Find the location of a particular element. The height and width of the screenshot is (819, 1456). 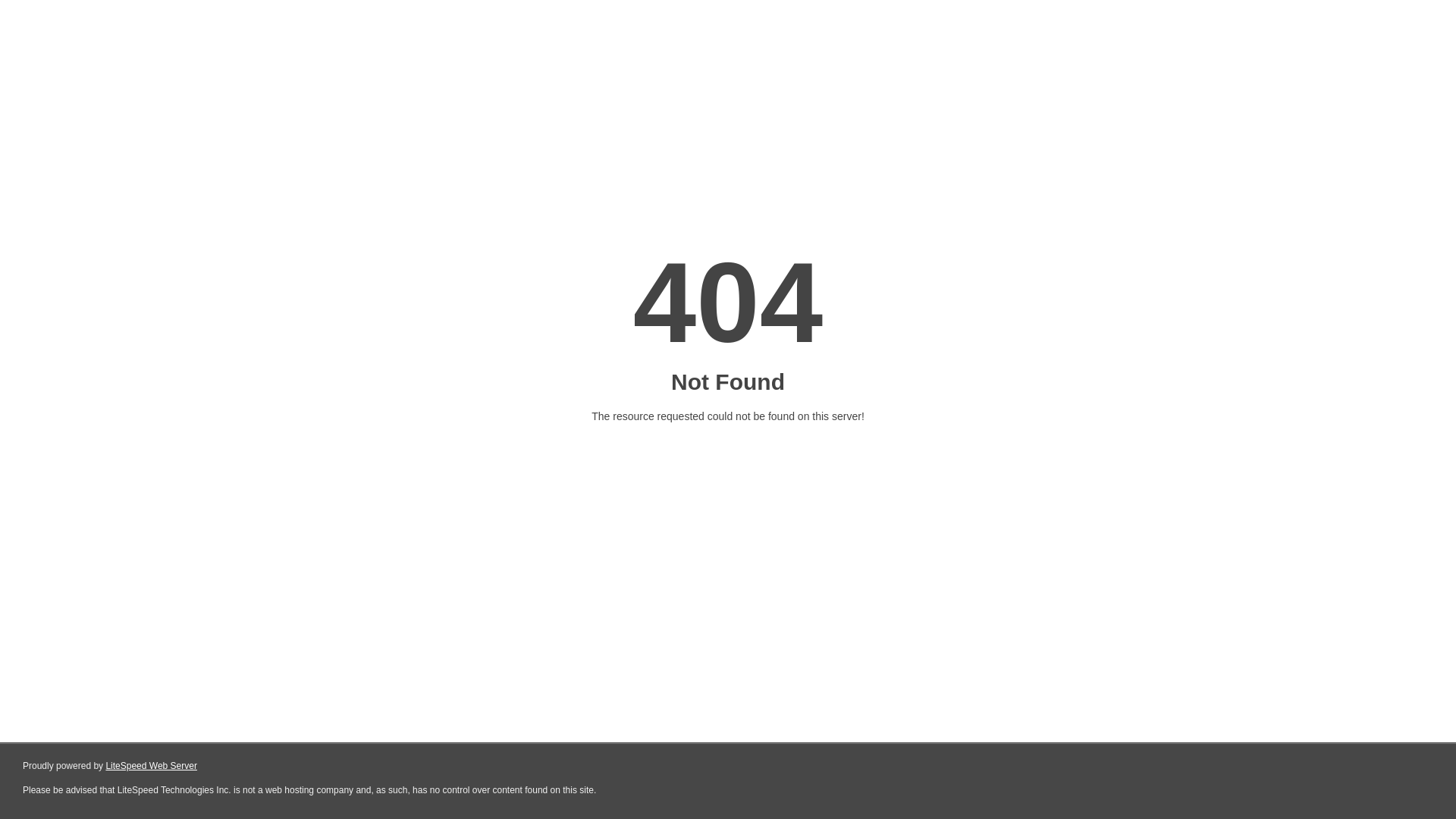

'LiteSpeed Web Server' is located at coordinates (105, 766).